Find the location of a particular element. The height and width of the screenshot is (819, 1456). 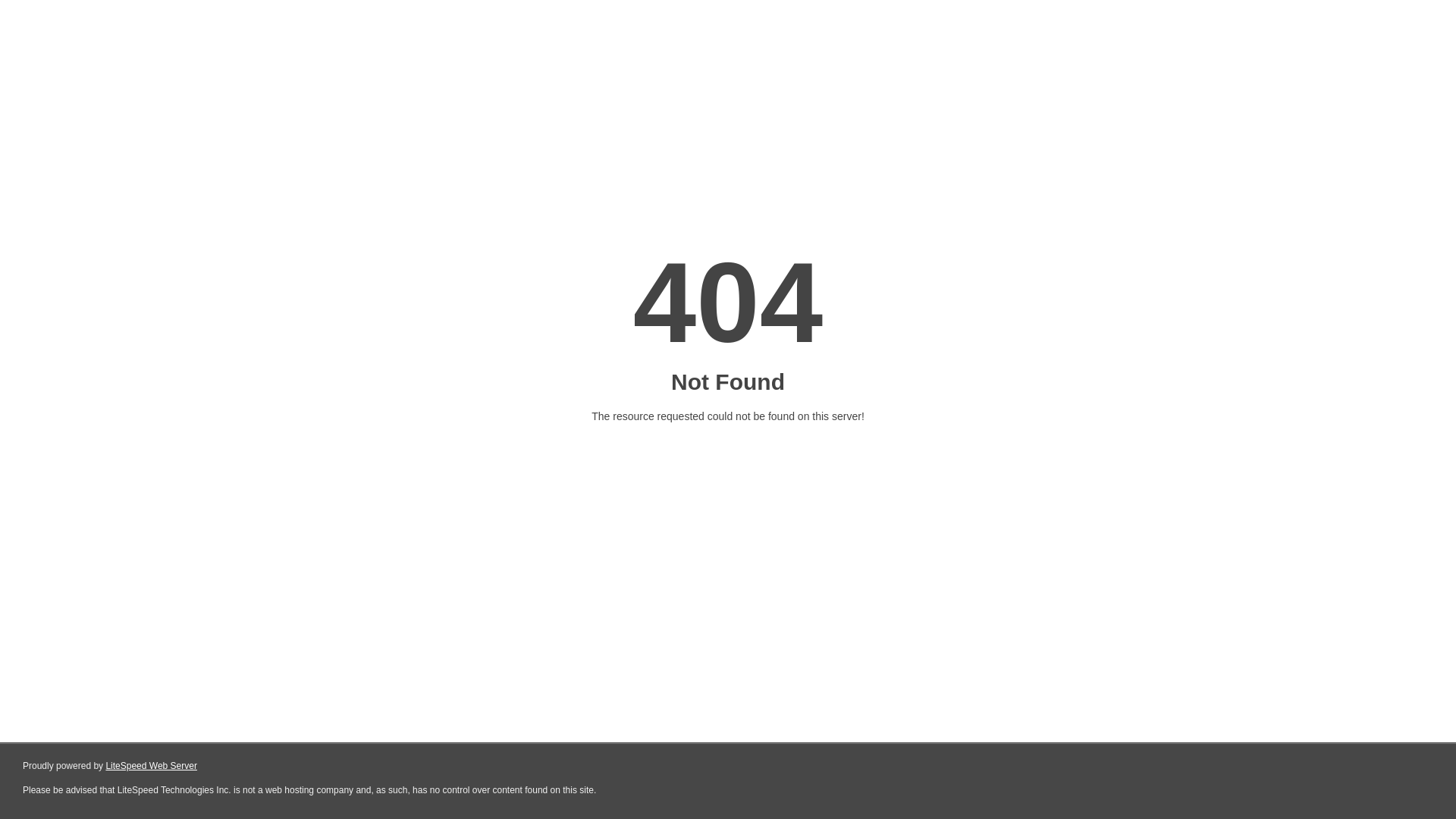

'LiteSpeed Web Server' is located at coordinates (105, 766).